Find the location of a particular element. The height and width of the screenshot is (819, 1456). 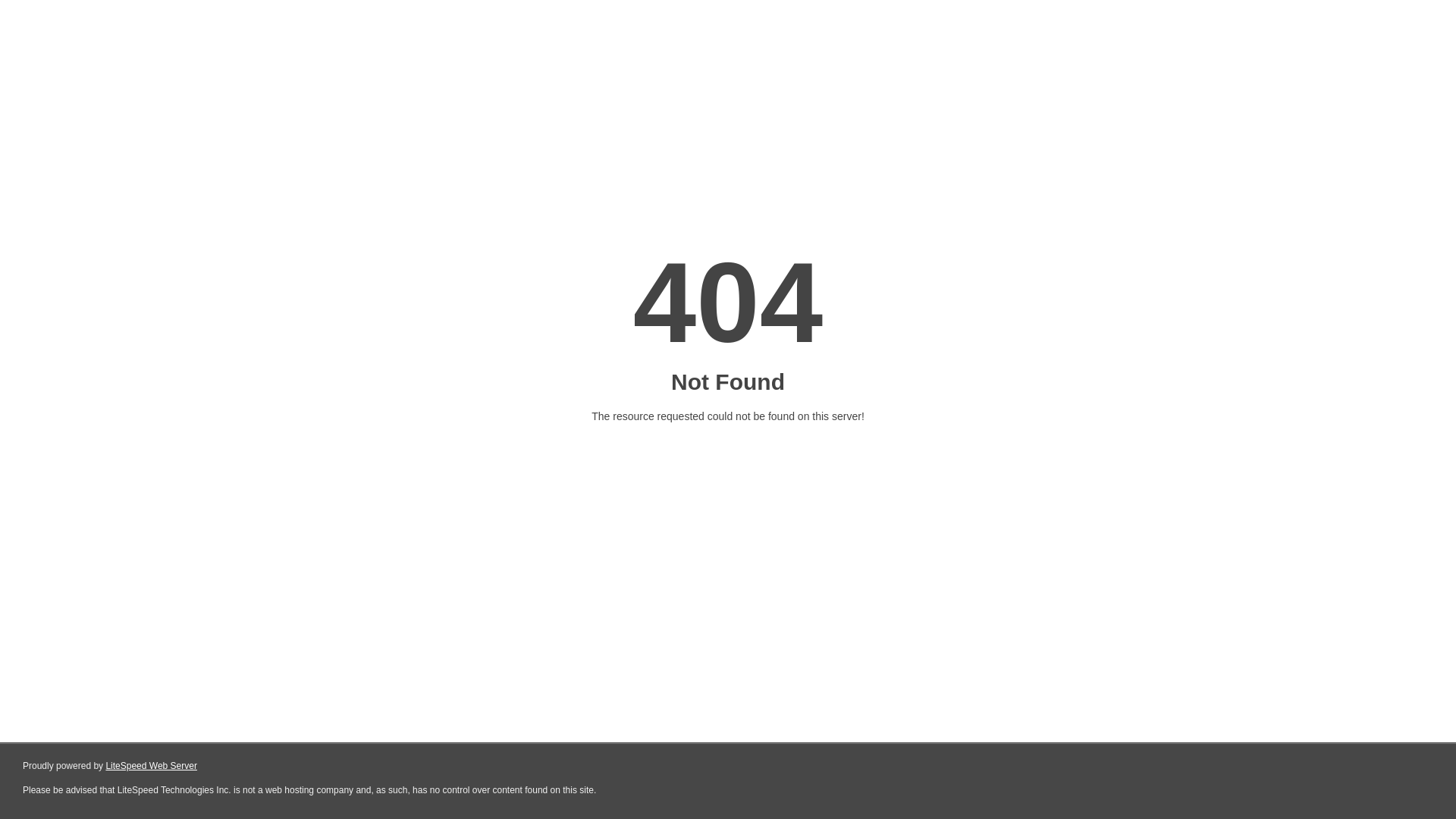

'LiteSpeed Web Server' is located at coordinates (105, 766).